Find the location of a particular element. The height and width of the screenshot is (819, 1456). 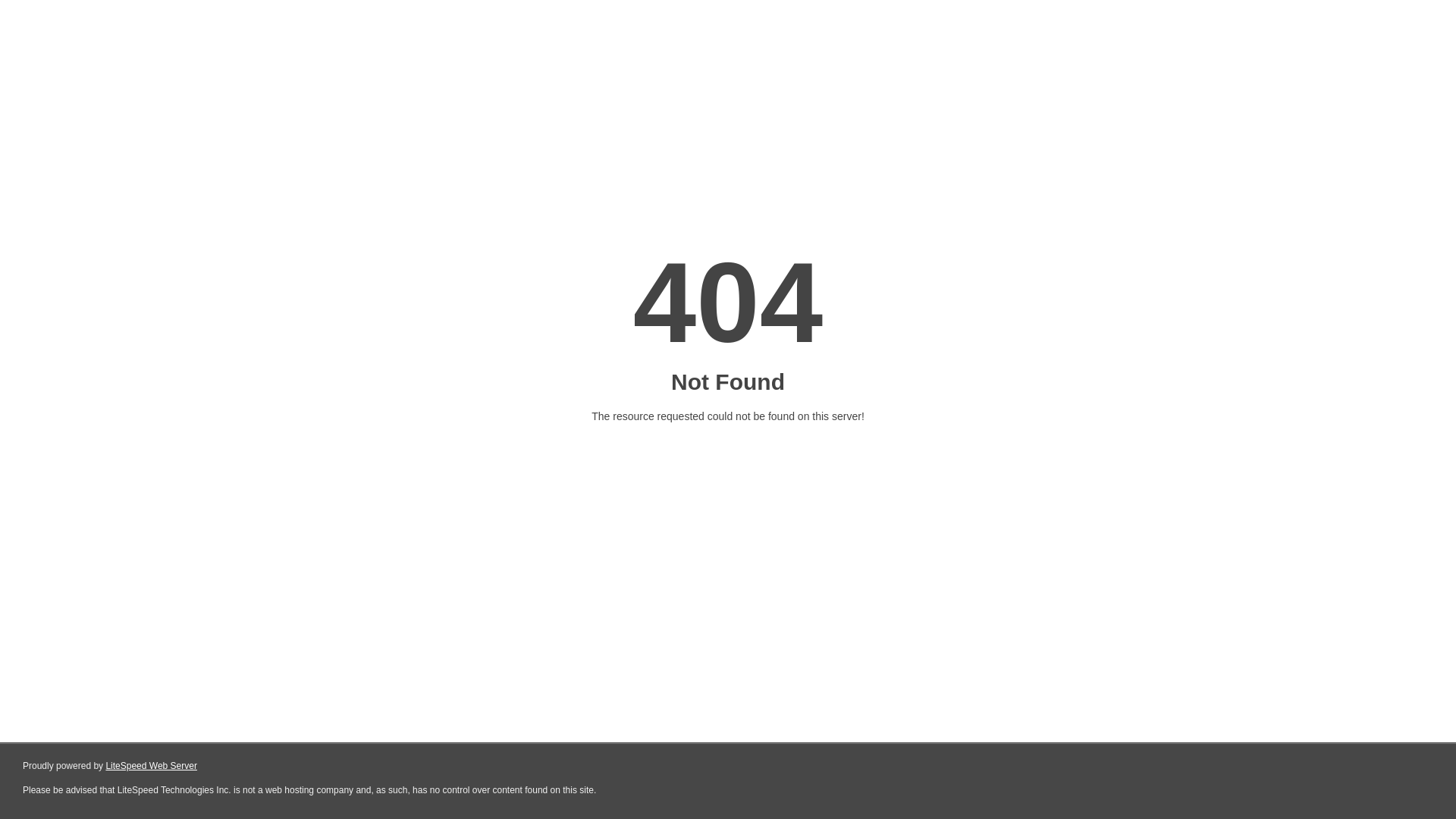

'LiteSpeed Web Server' is located at coordinates (105, 766).